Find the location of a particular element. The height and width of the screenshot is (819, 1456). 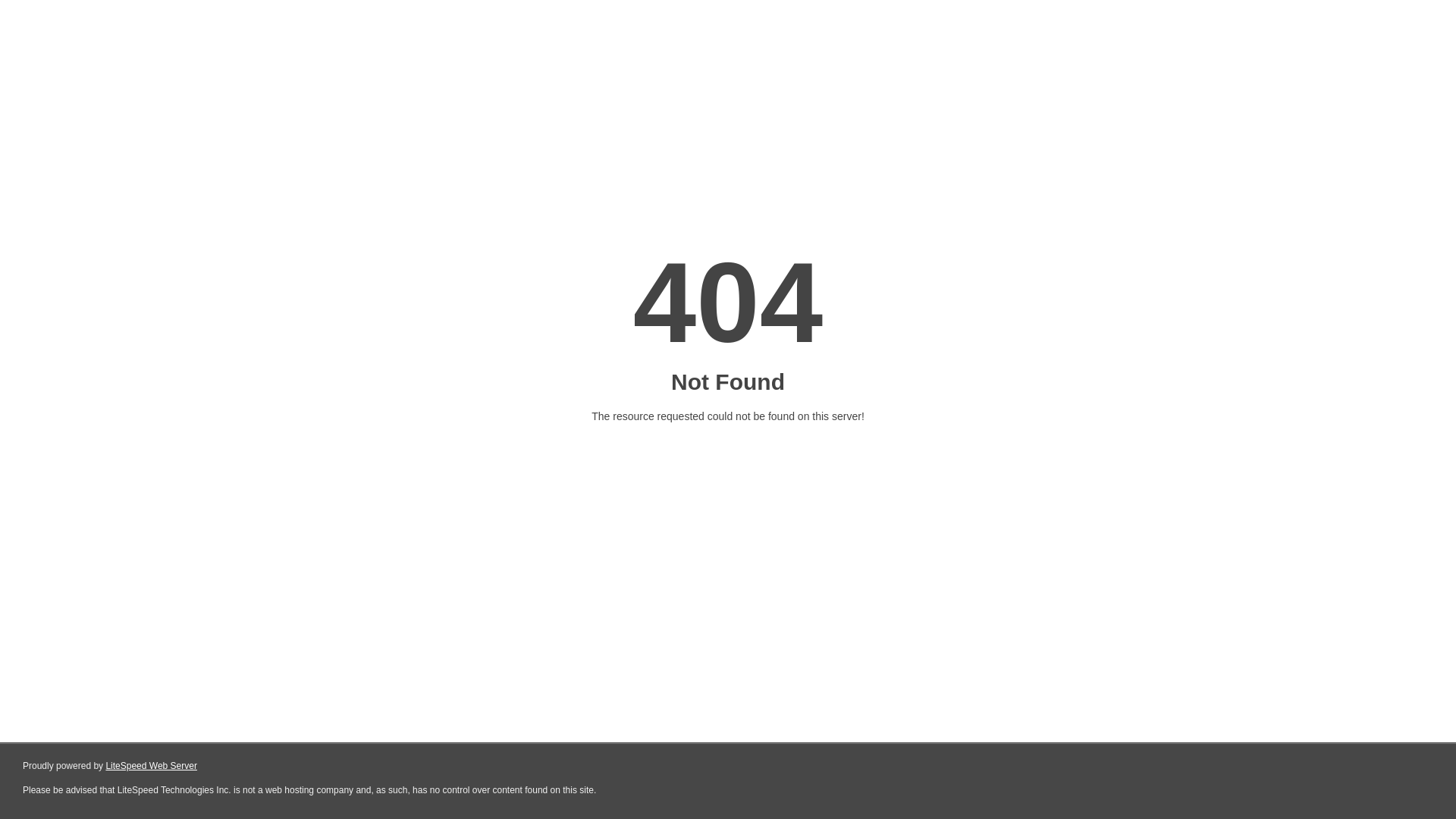

'LiteSpeed Web Server' is located at coordinates (105, 766).